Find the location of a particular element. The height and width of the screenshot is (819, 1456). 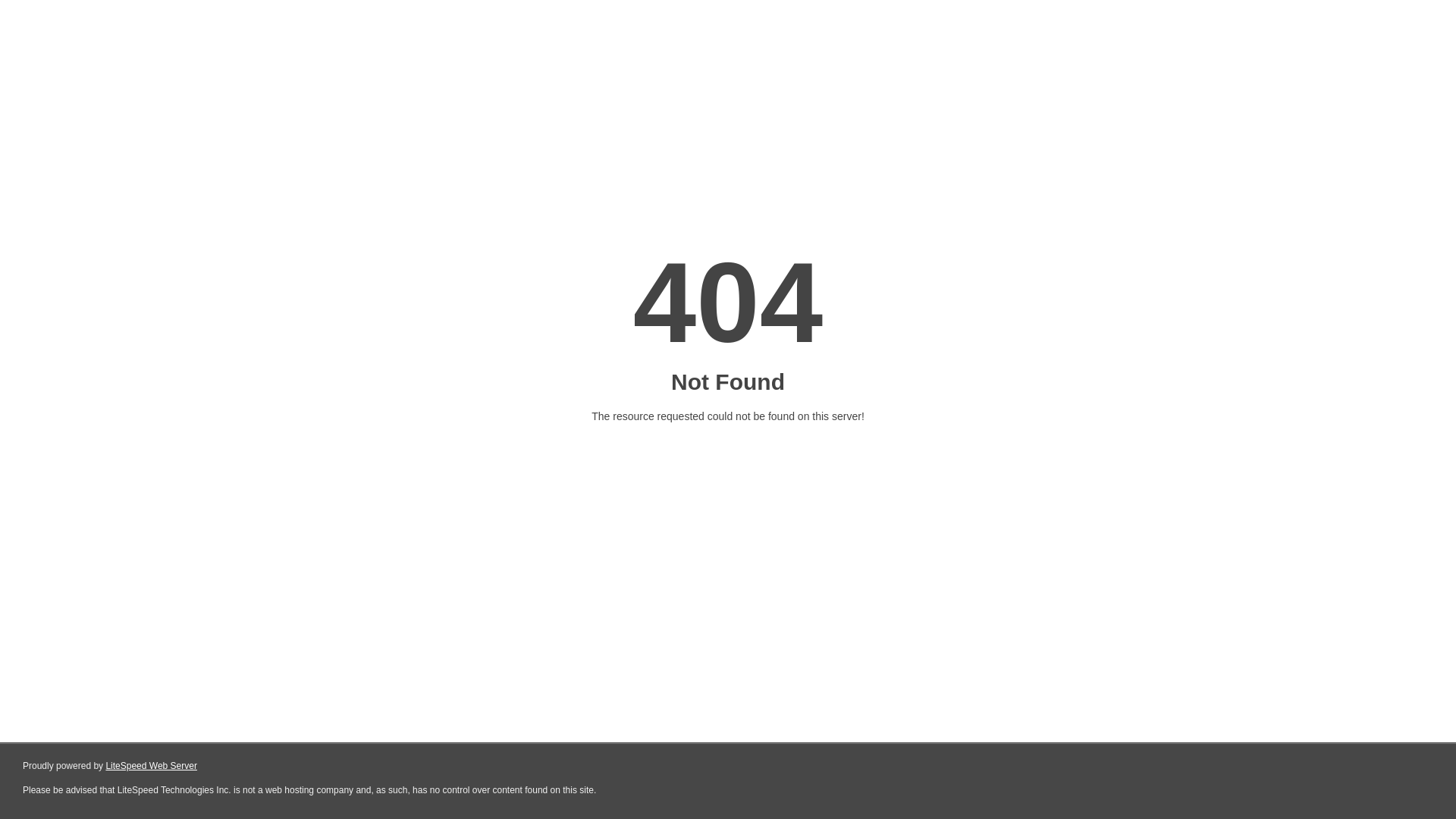

'LiteSpeed Web Server' is located at coordinates (105, 766).